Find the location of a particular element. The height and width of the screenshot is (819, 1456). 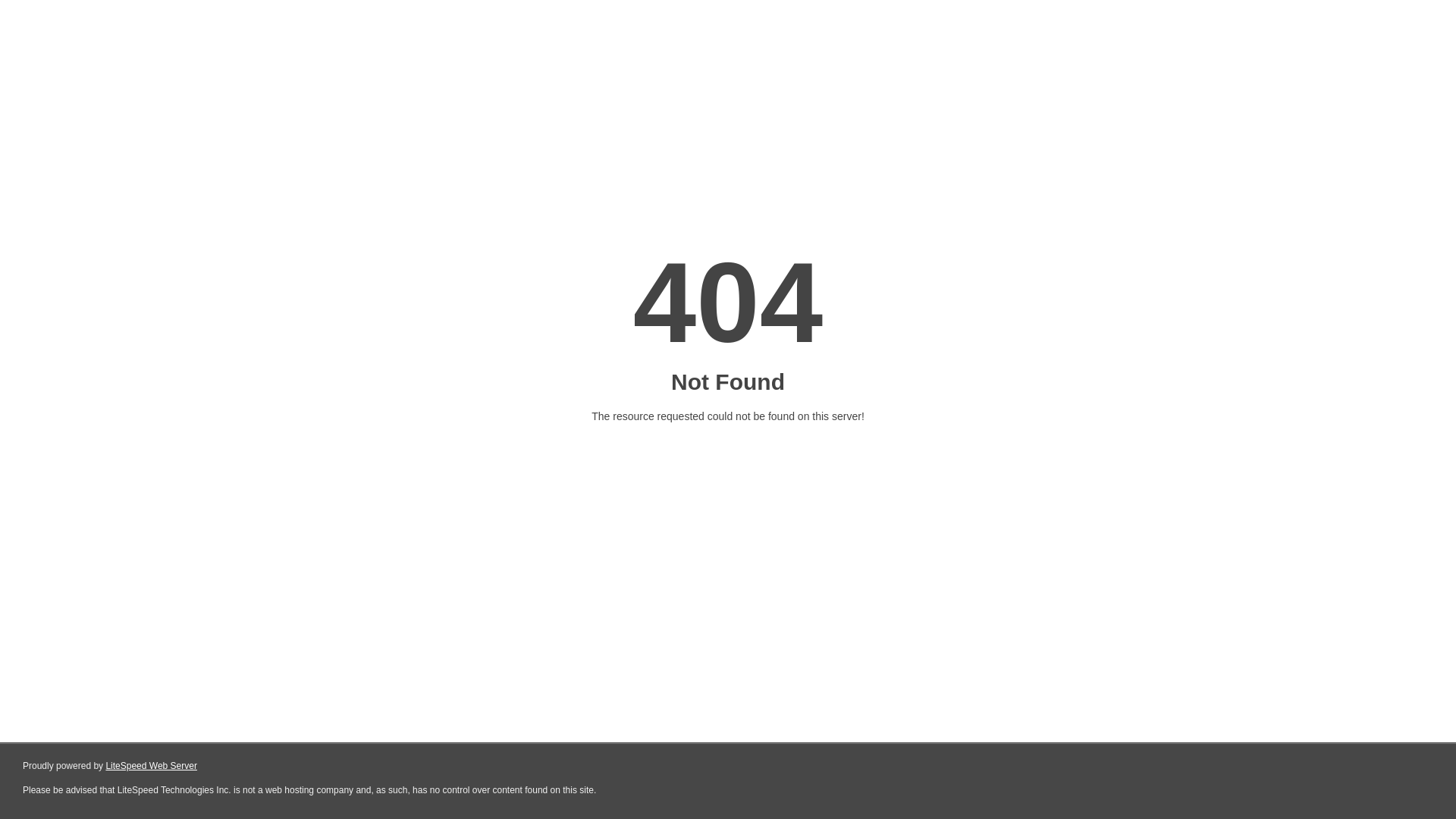

'LiteSpeed Web Server' is located at coordinates (105, 766).